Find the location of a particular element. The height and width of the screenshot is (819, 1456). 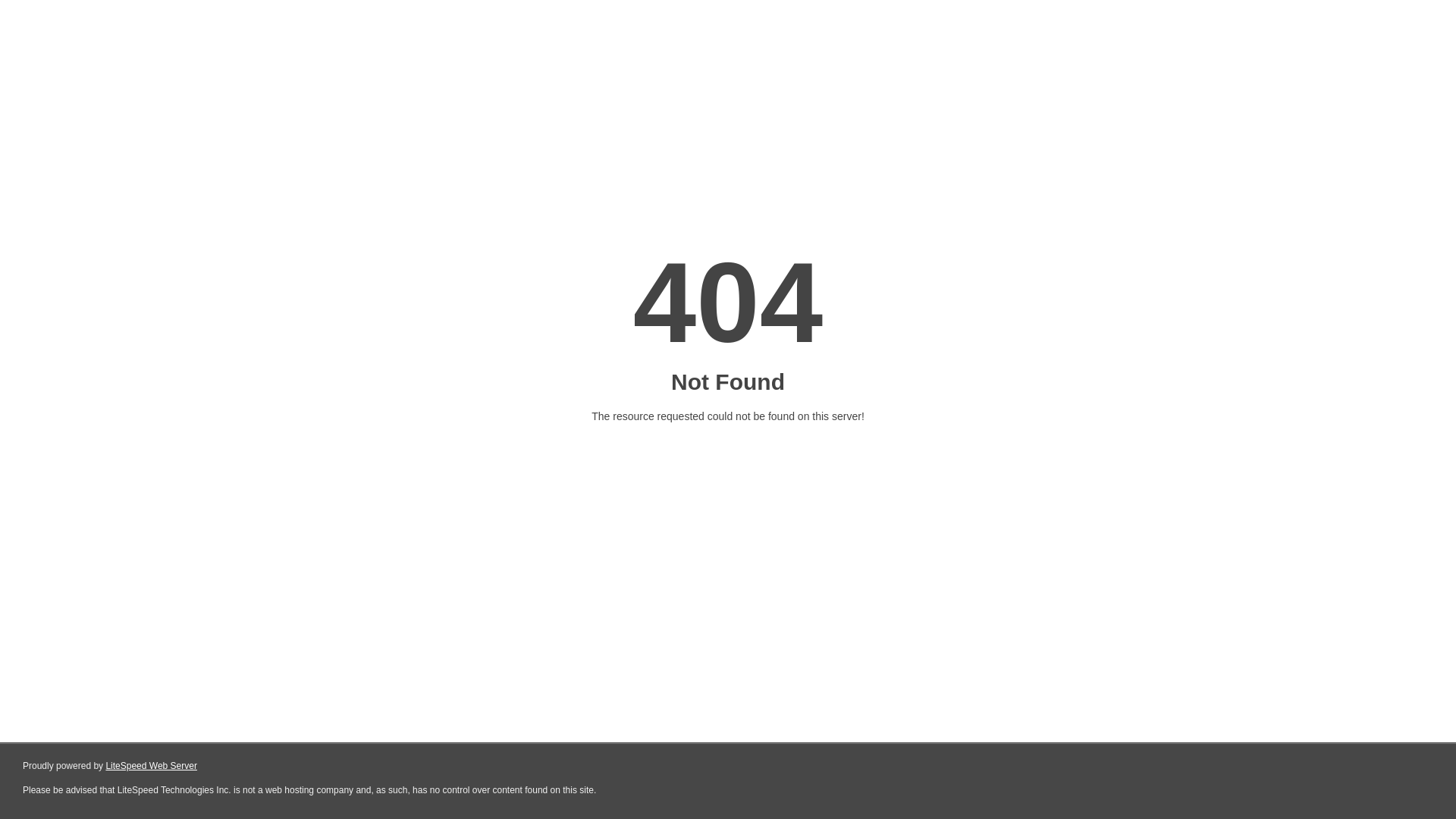

'LiteSpeed Web Server' is located at coordinates (105, 766).